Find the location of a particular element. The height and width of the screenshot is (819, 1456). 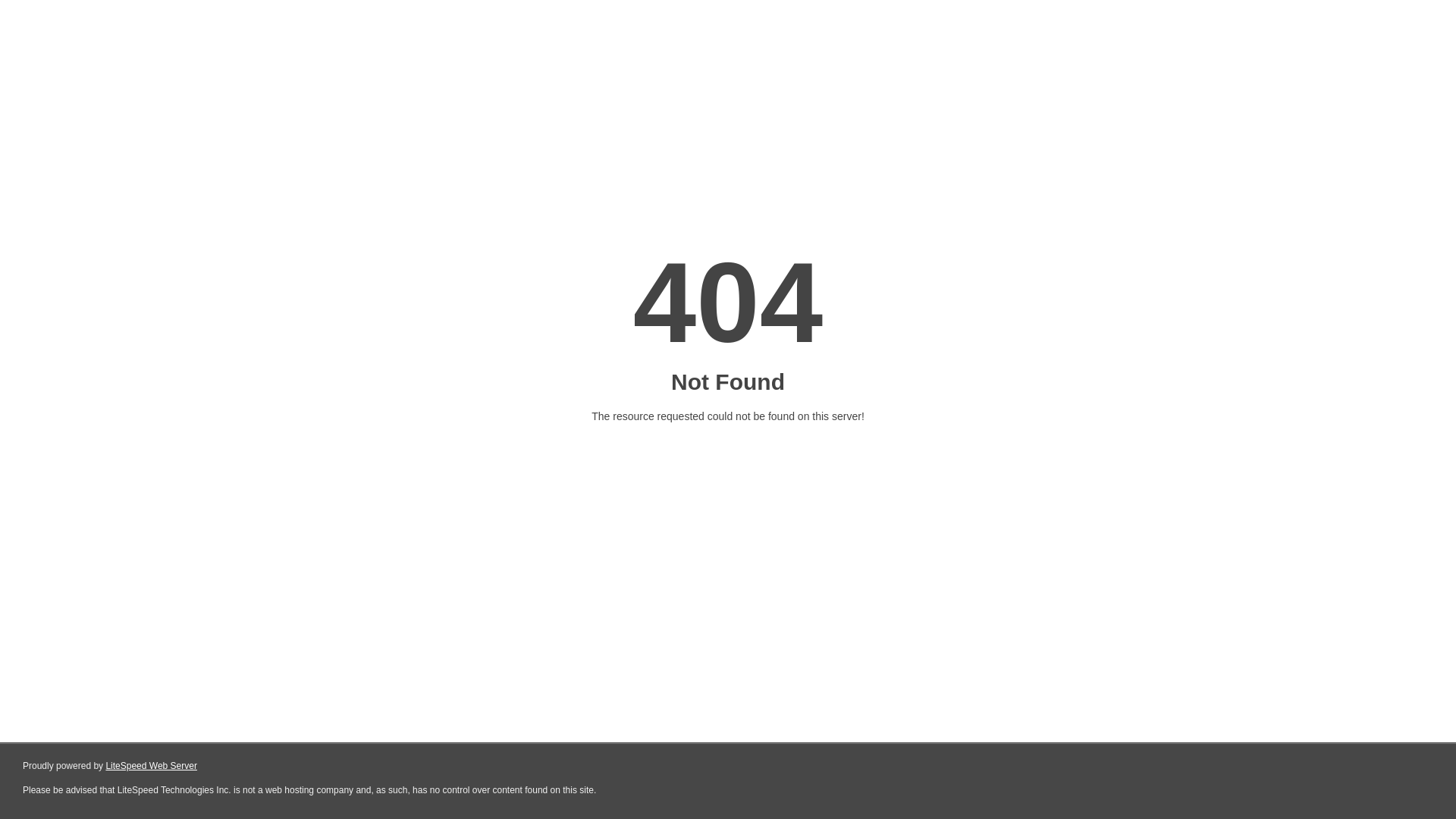

'LiteSpeed Web Server' is located at coordinates (105, 766).